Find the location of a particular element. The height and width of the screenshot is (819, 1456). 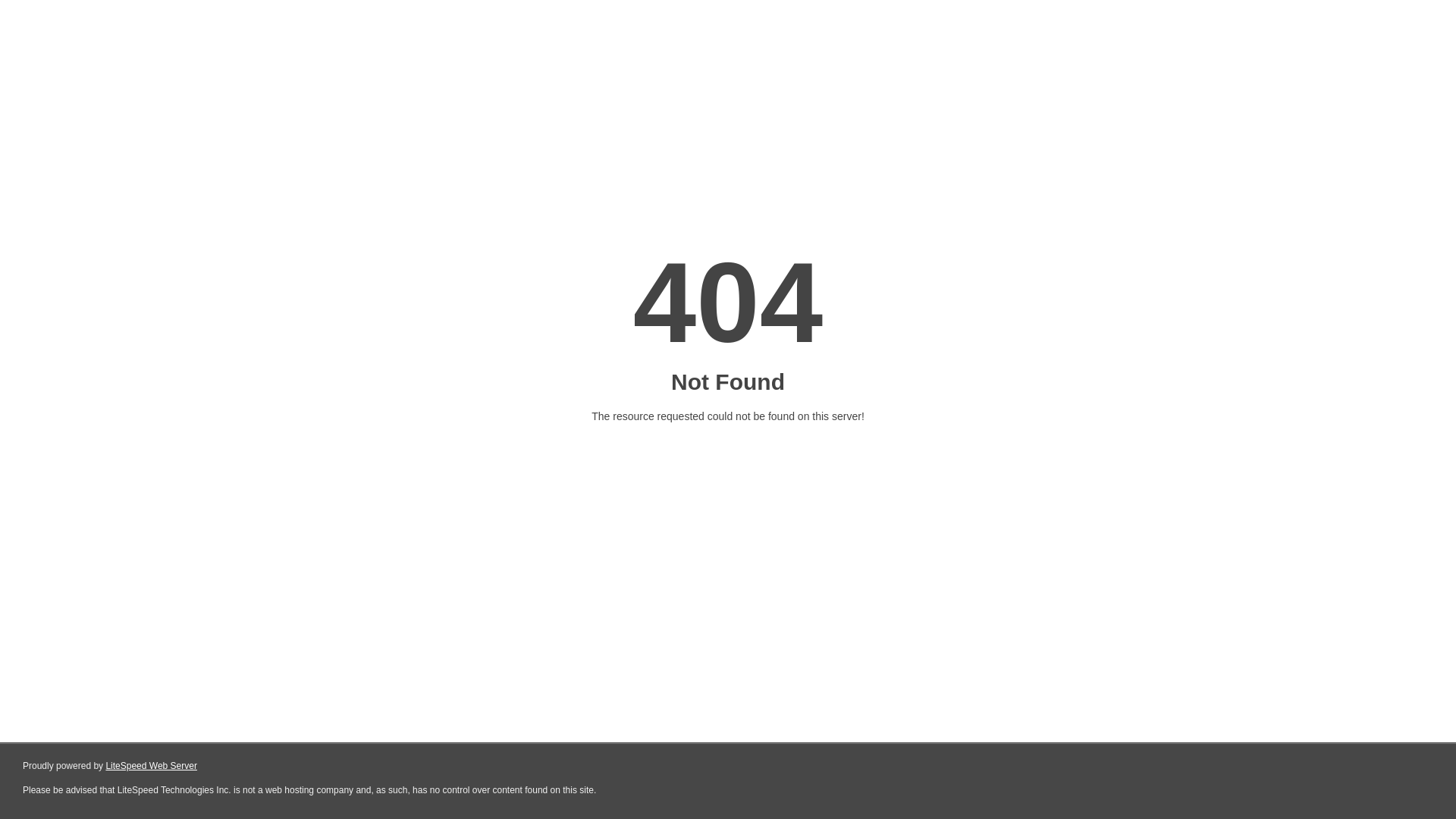

'LiteSpeed Web Server' is located at coordinates (105, 766).